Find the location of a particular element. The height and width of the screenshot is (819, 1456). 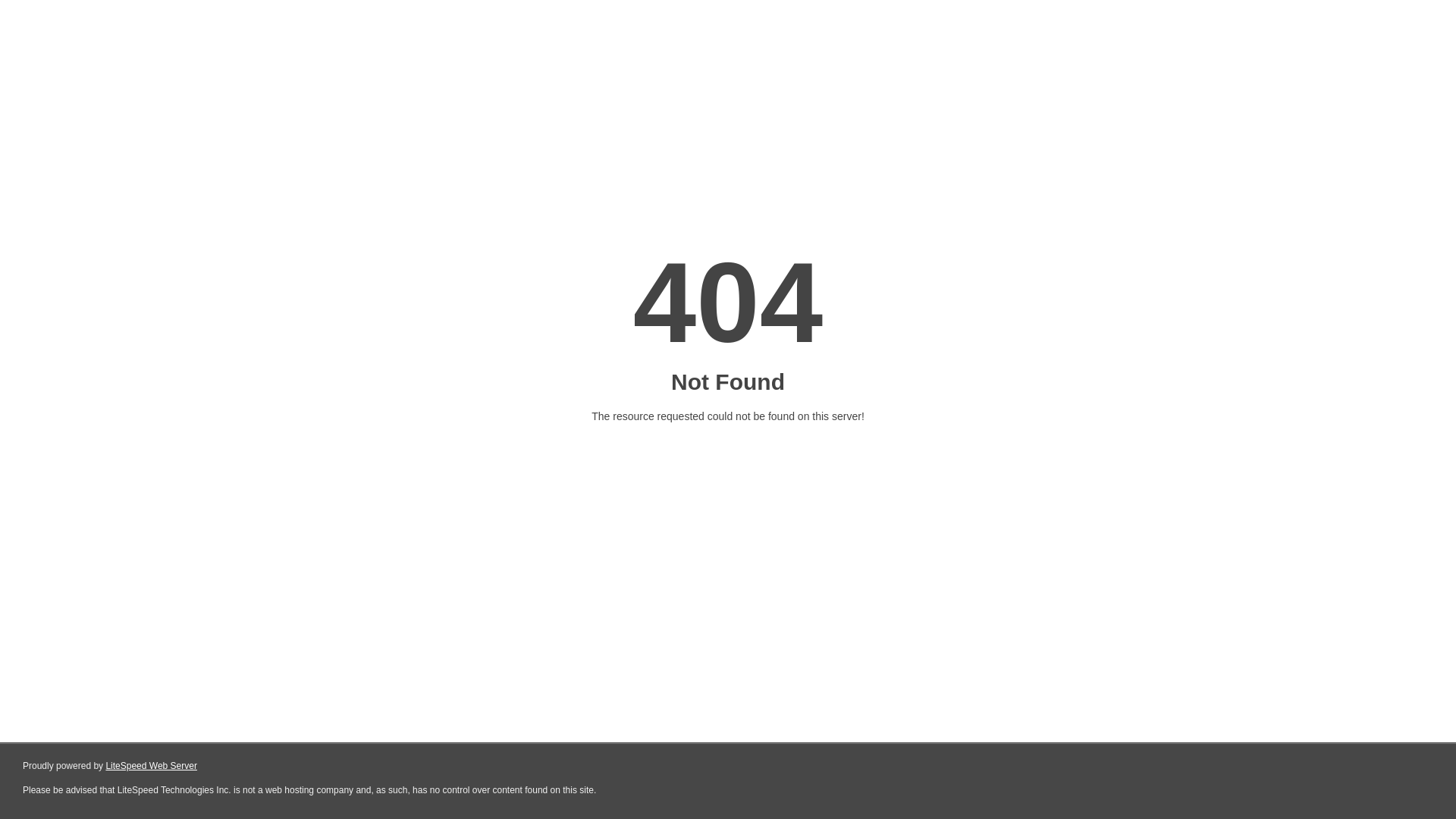

'LiteSpeed Web Server' is located at coordinates (105, 766).